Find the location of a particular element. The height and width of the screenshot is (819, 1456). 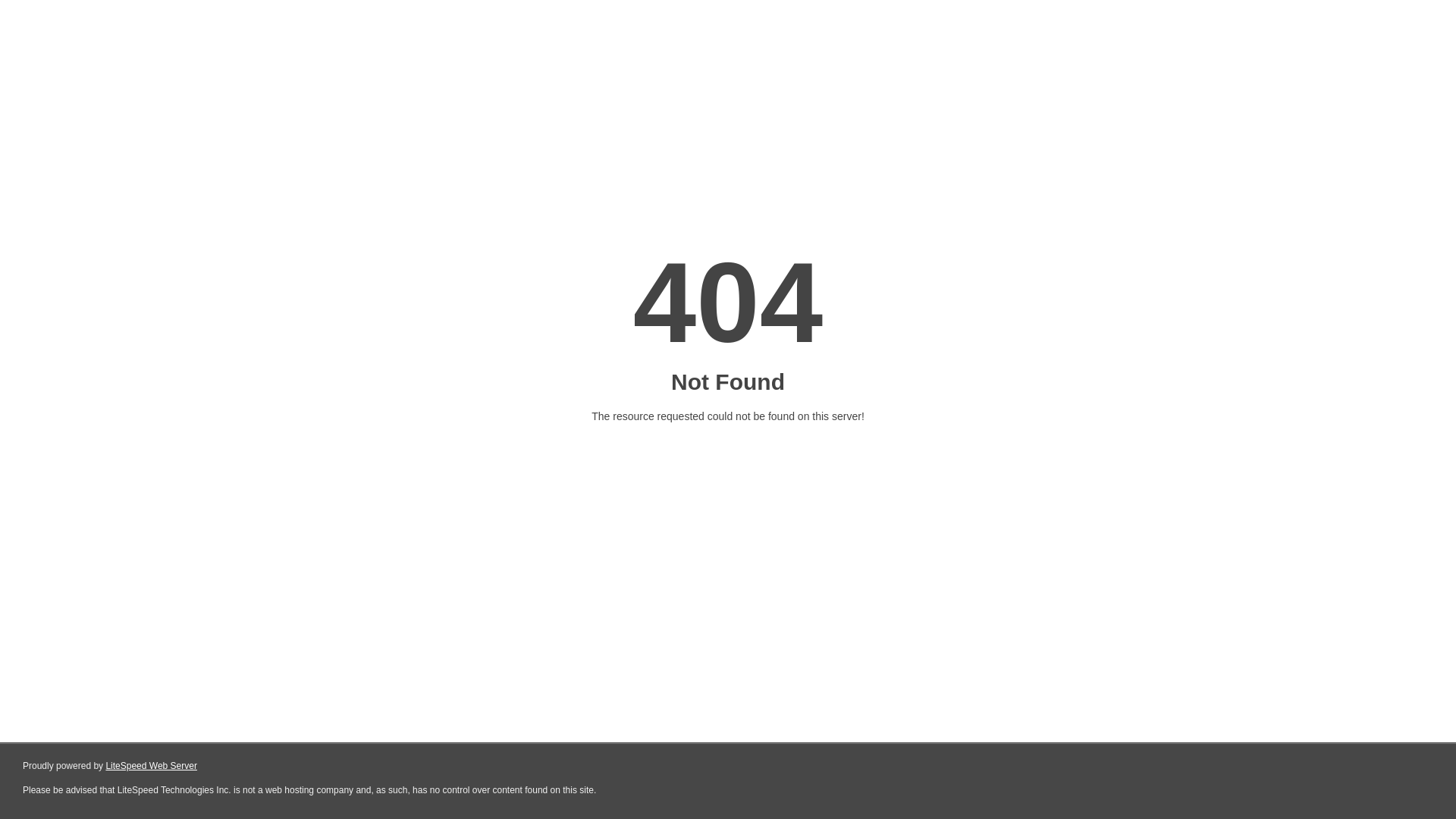

'LiteSpeed Web Server' is located at coordinates (105, 766).